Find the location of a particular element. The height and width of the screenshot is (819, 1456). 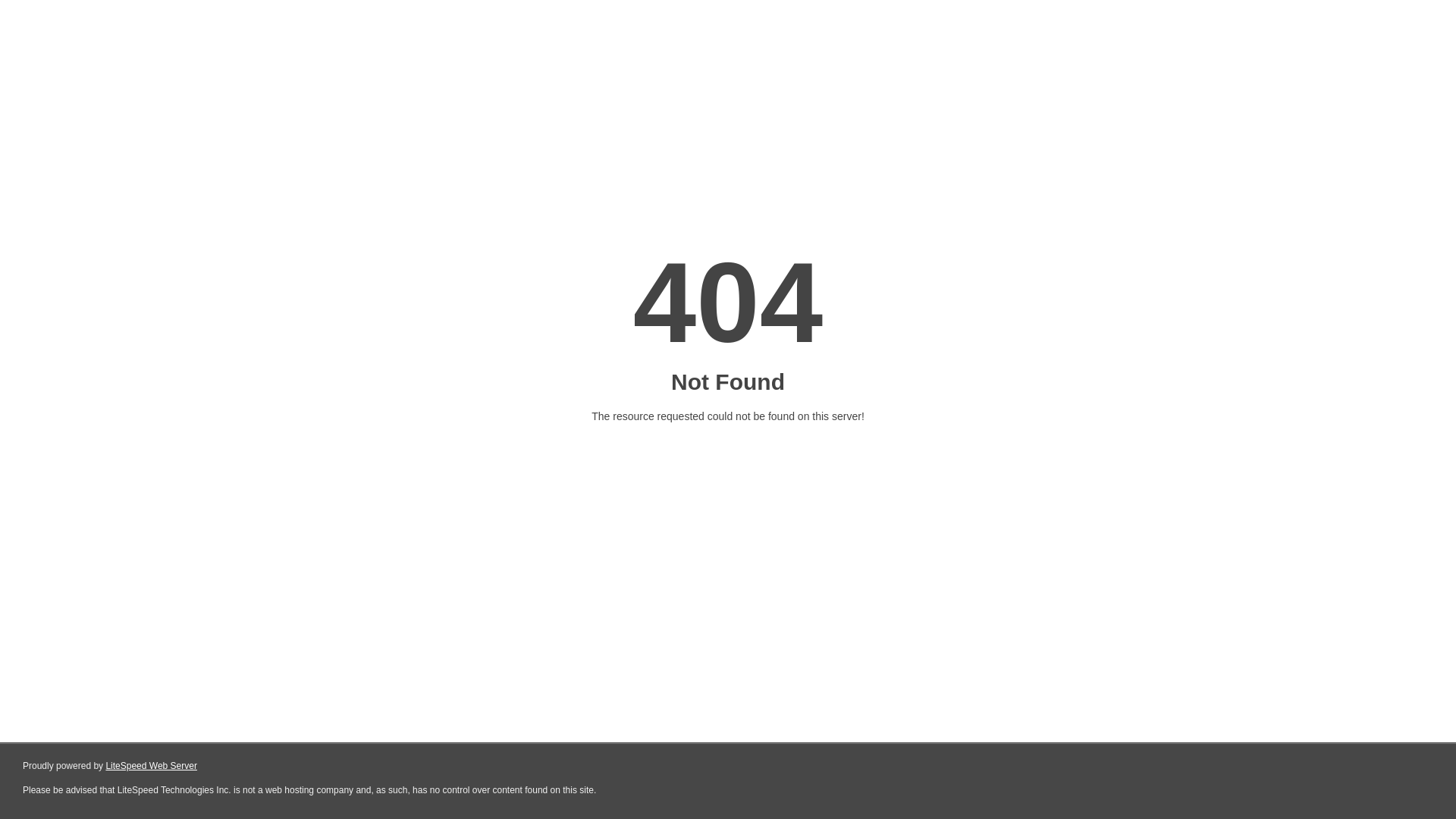

'LiteSpeed Web Server' is located at coordinates (105, 766).